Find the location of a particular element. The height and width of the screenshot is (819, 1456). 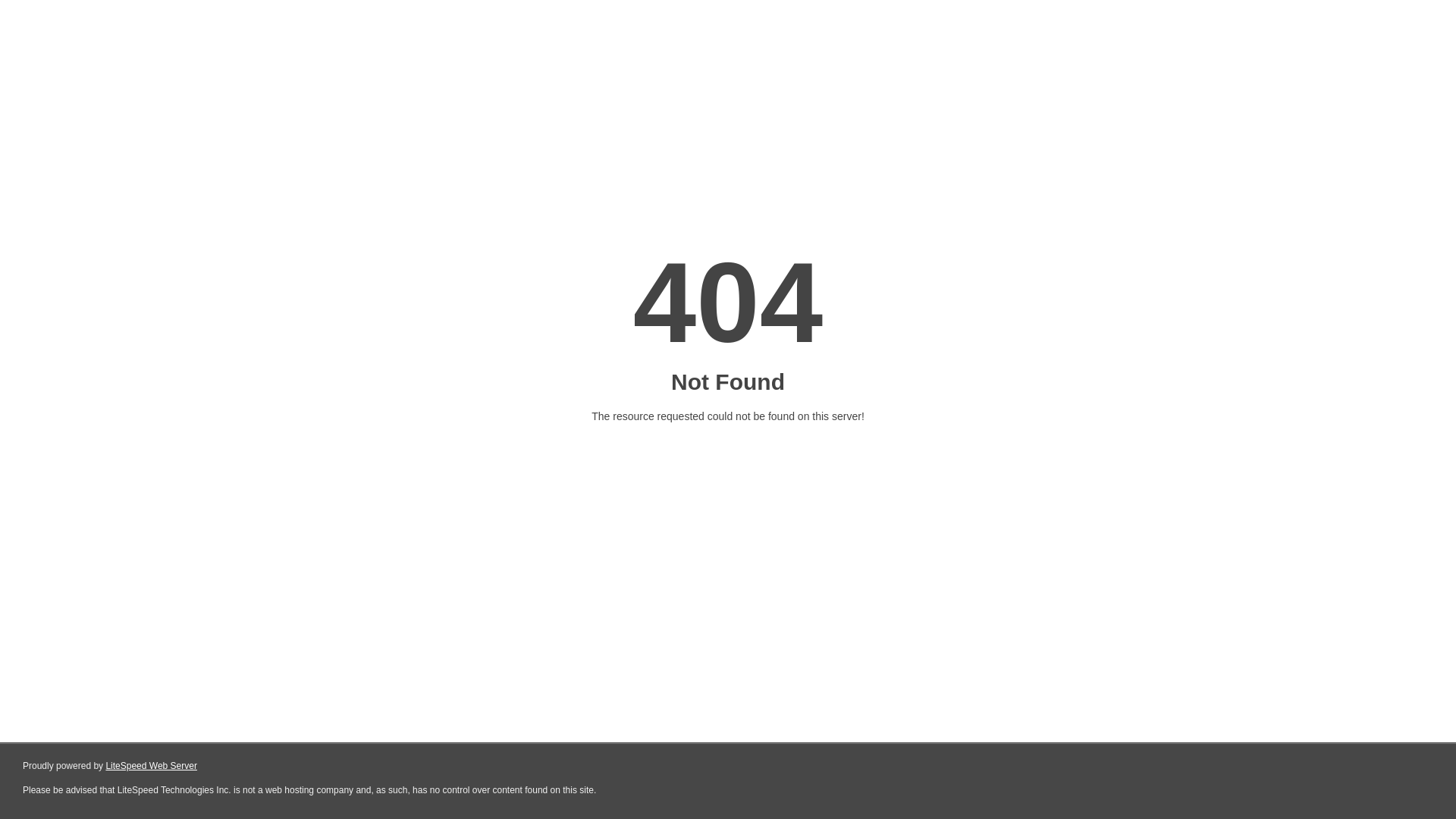

'LiteSpeed Web Server' is located at coordinates (105, 766).